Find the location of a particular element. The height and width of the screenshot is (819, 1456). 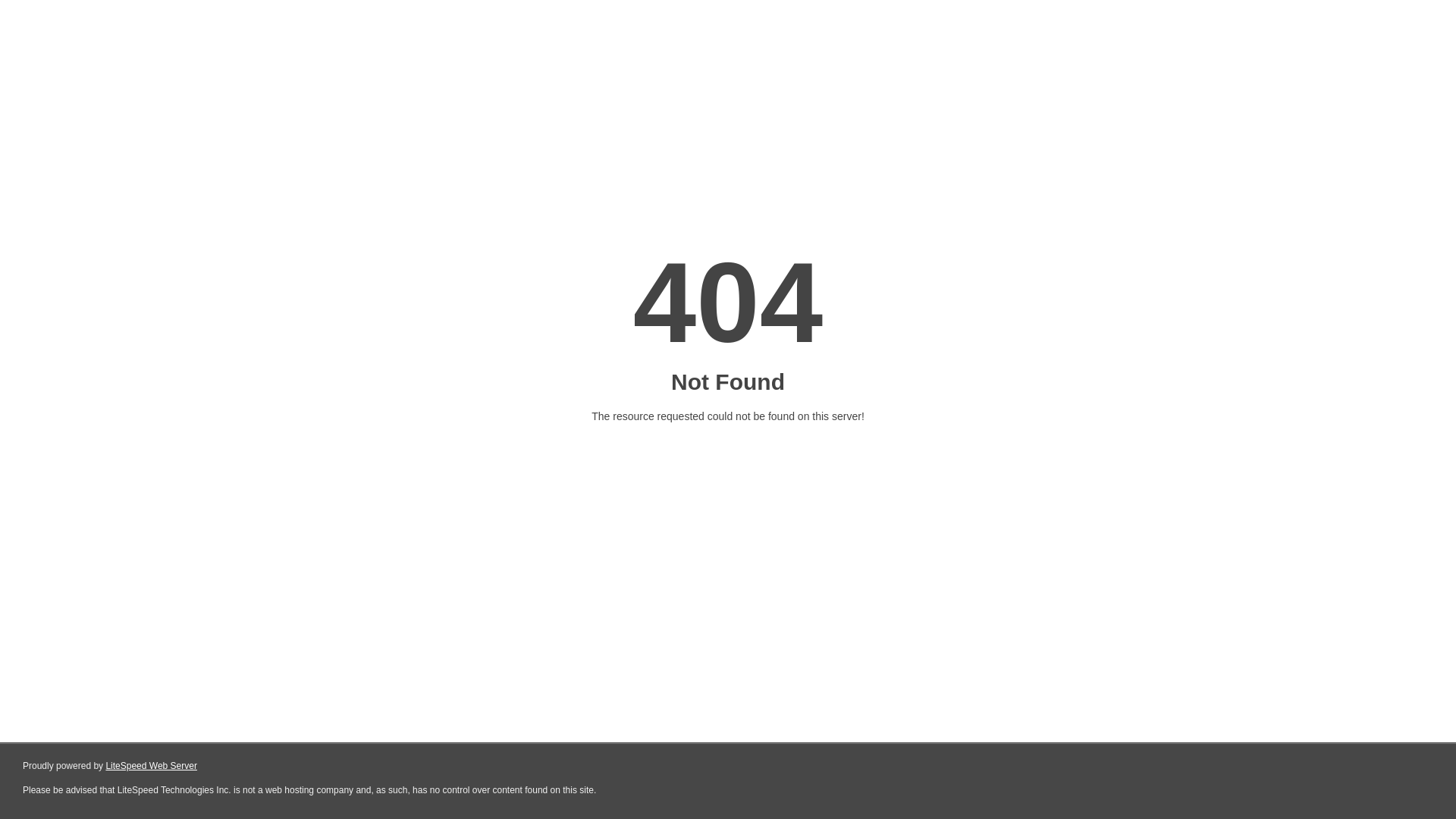

'LiteSpeed Web Server' is located at coordinates (105, 766).